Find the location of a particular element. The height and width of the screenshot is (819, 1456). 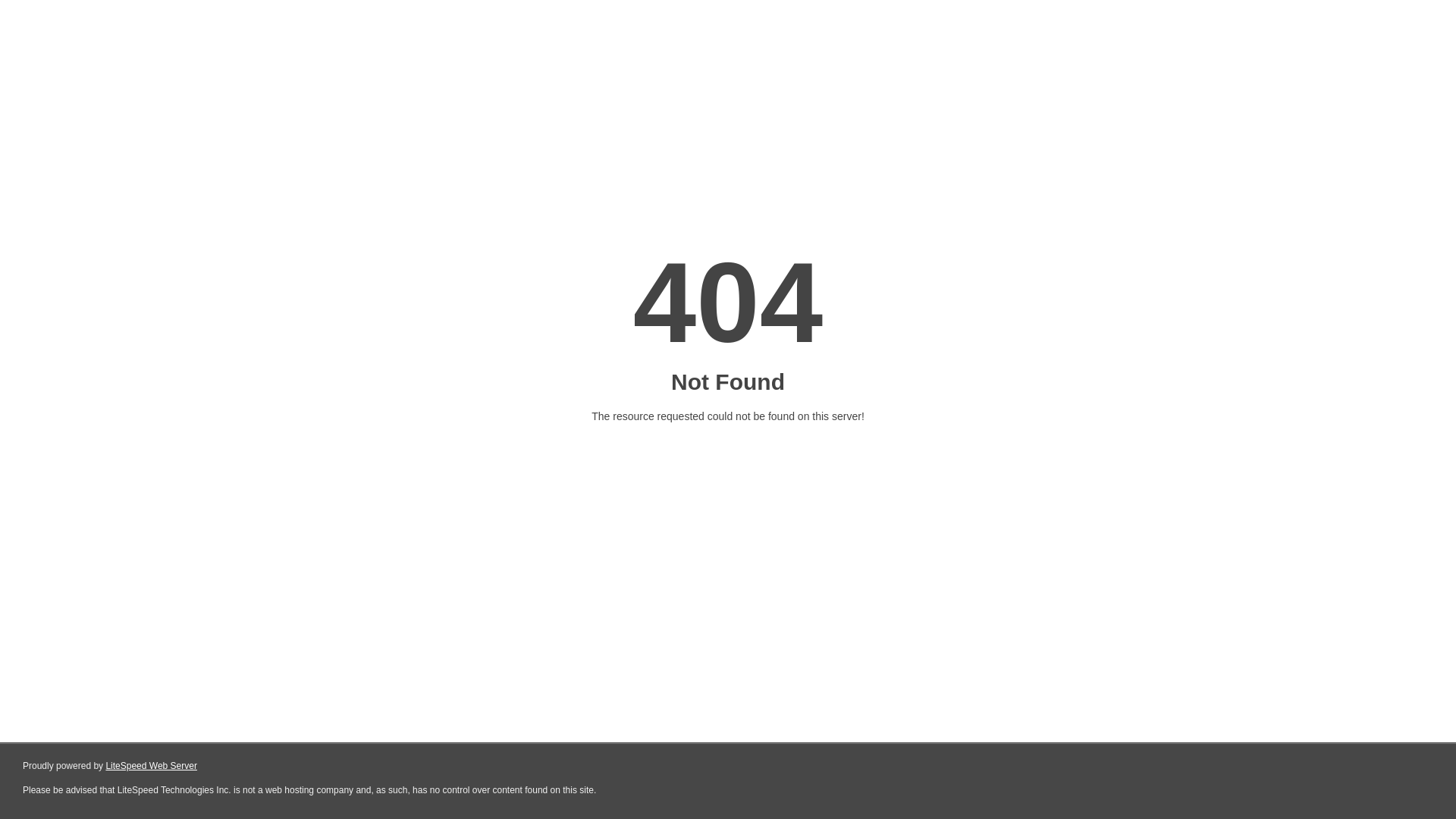

'LiteSpeed Web Server' is located at coordinates (105, 766).